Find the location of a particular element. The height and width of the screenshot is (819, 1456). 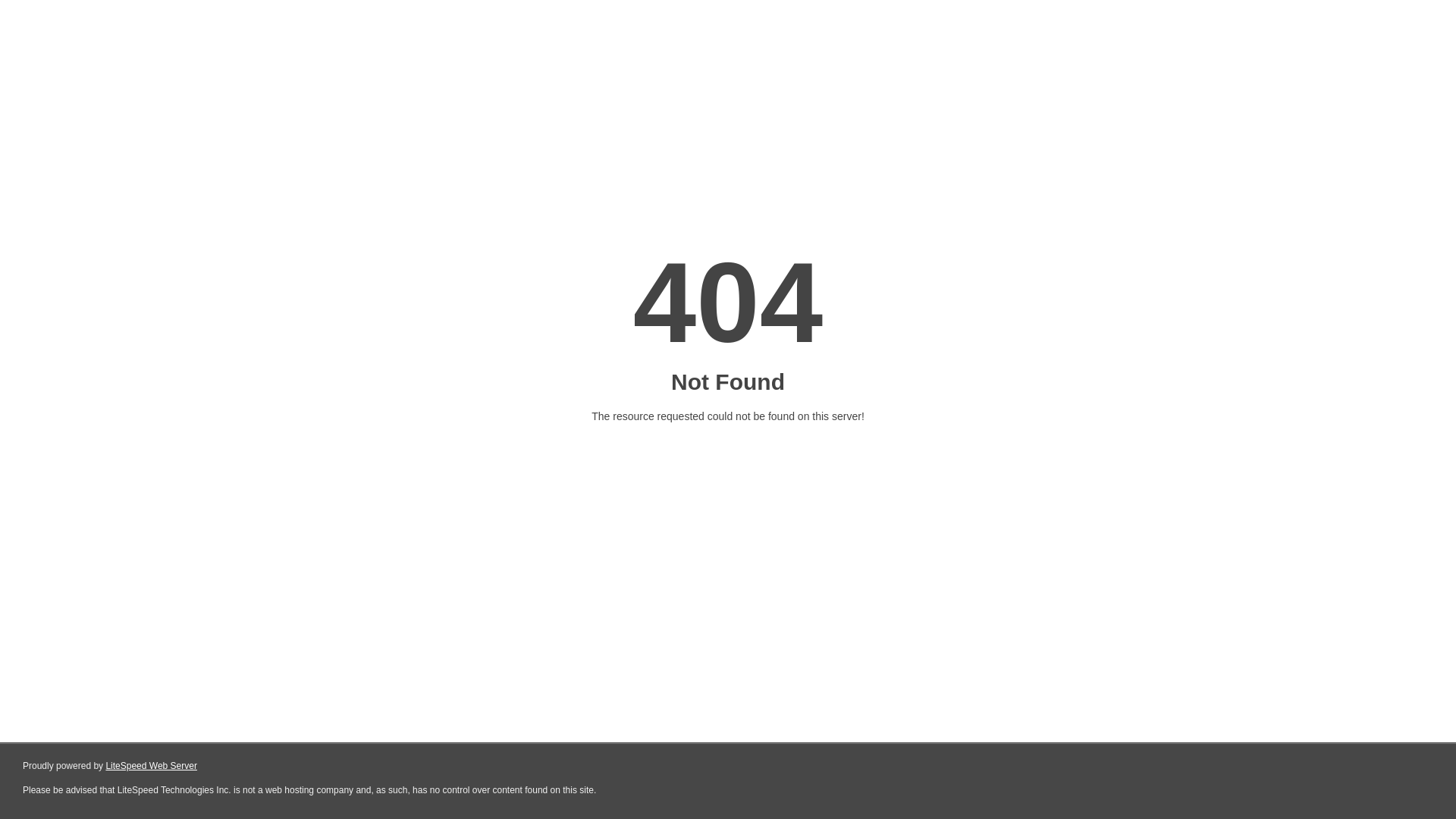

'LiteSpeed Web Server' is located at coordinates (105, 766).